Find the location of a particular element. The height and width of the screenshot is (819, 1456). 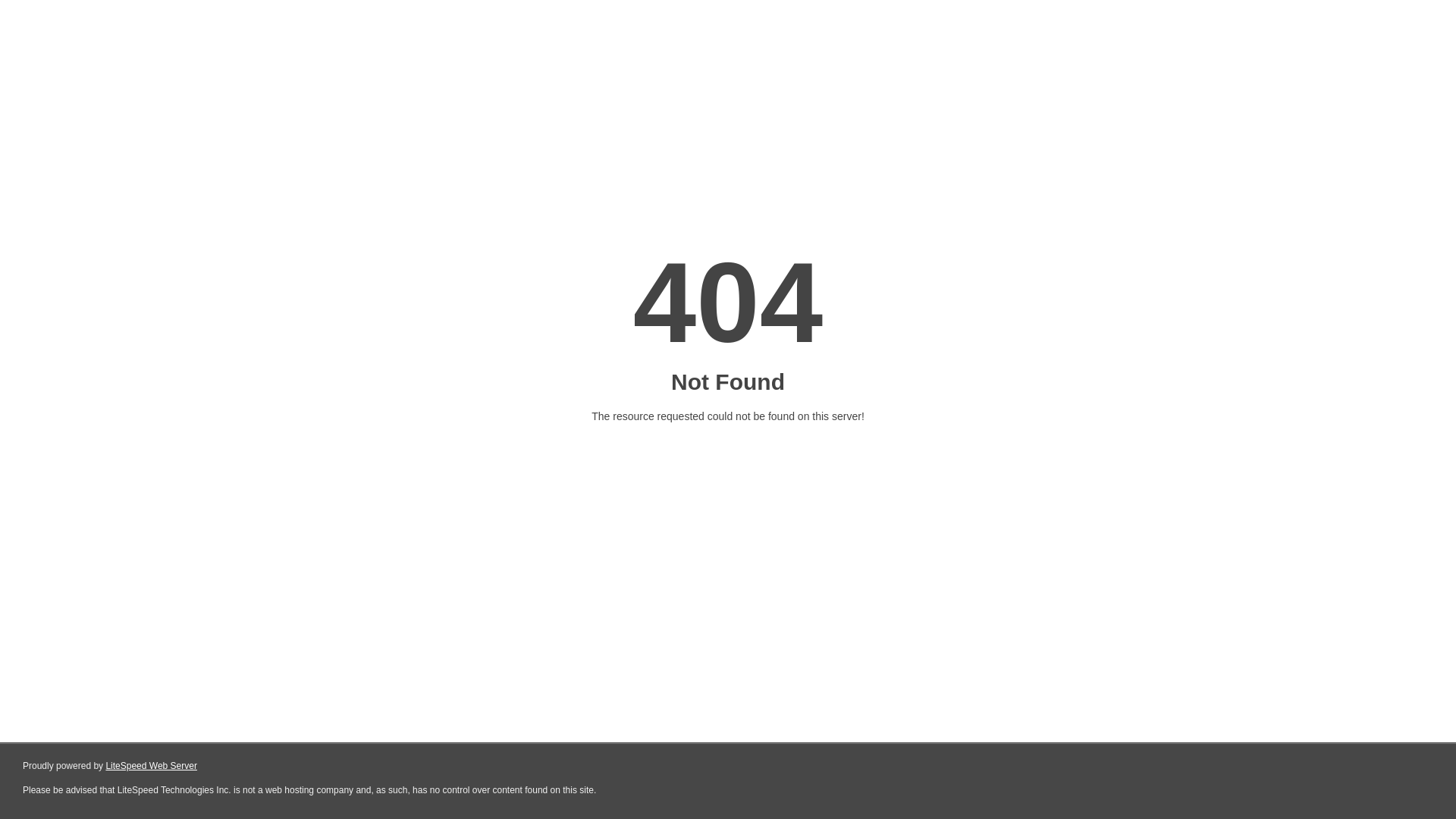

'LiteSpeed Web Server' is located at coordinates (105, 766).